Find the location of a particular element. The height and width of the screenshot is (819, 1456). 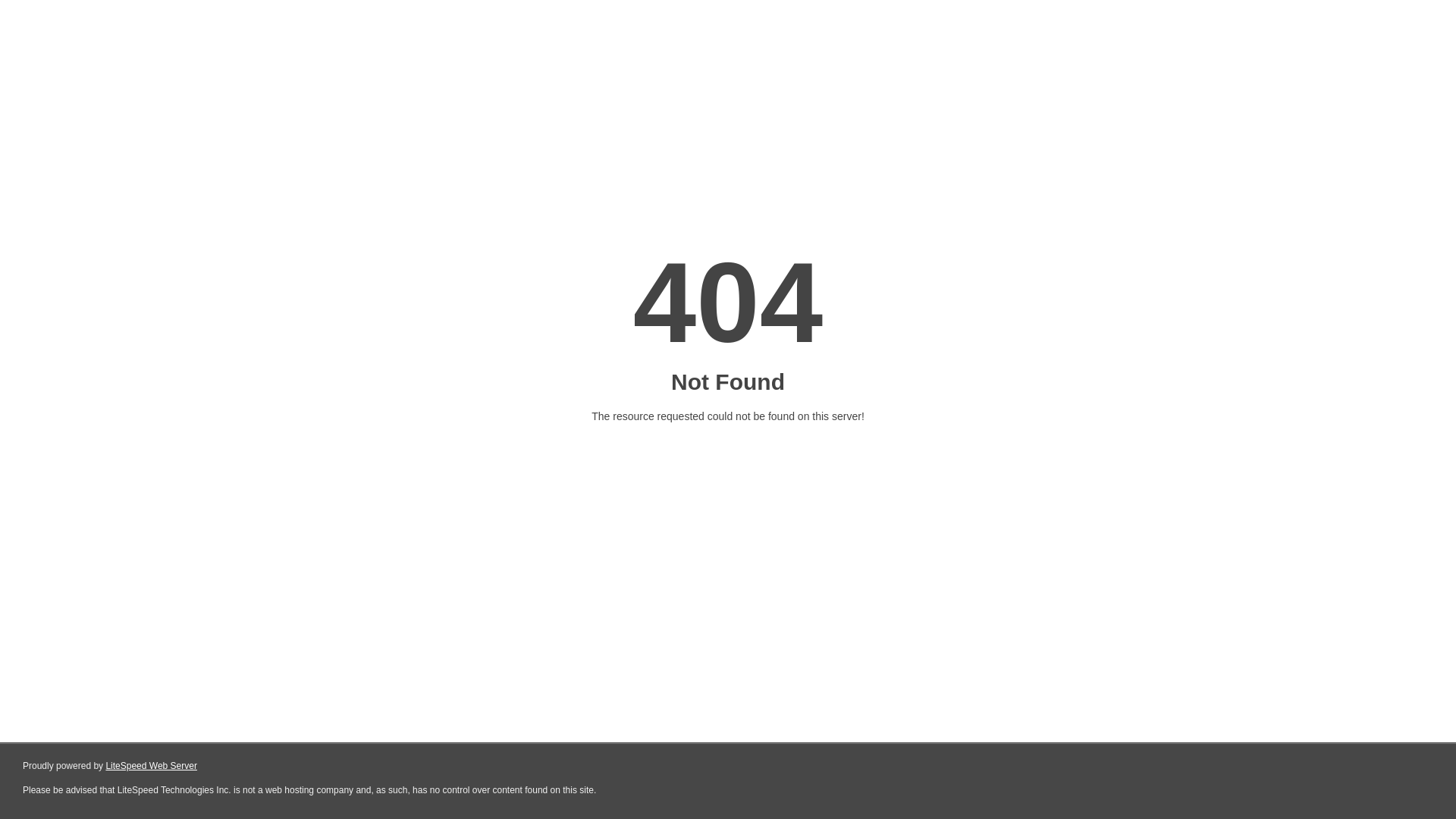

'LiteSpeed Web Server' is located at coordinates (105, 766).